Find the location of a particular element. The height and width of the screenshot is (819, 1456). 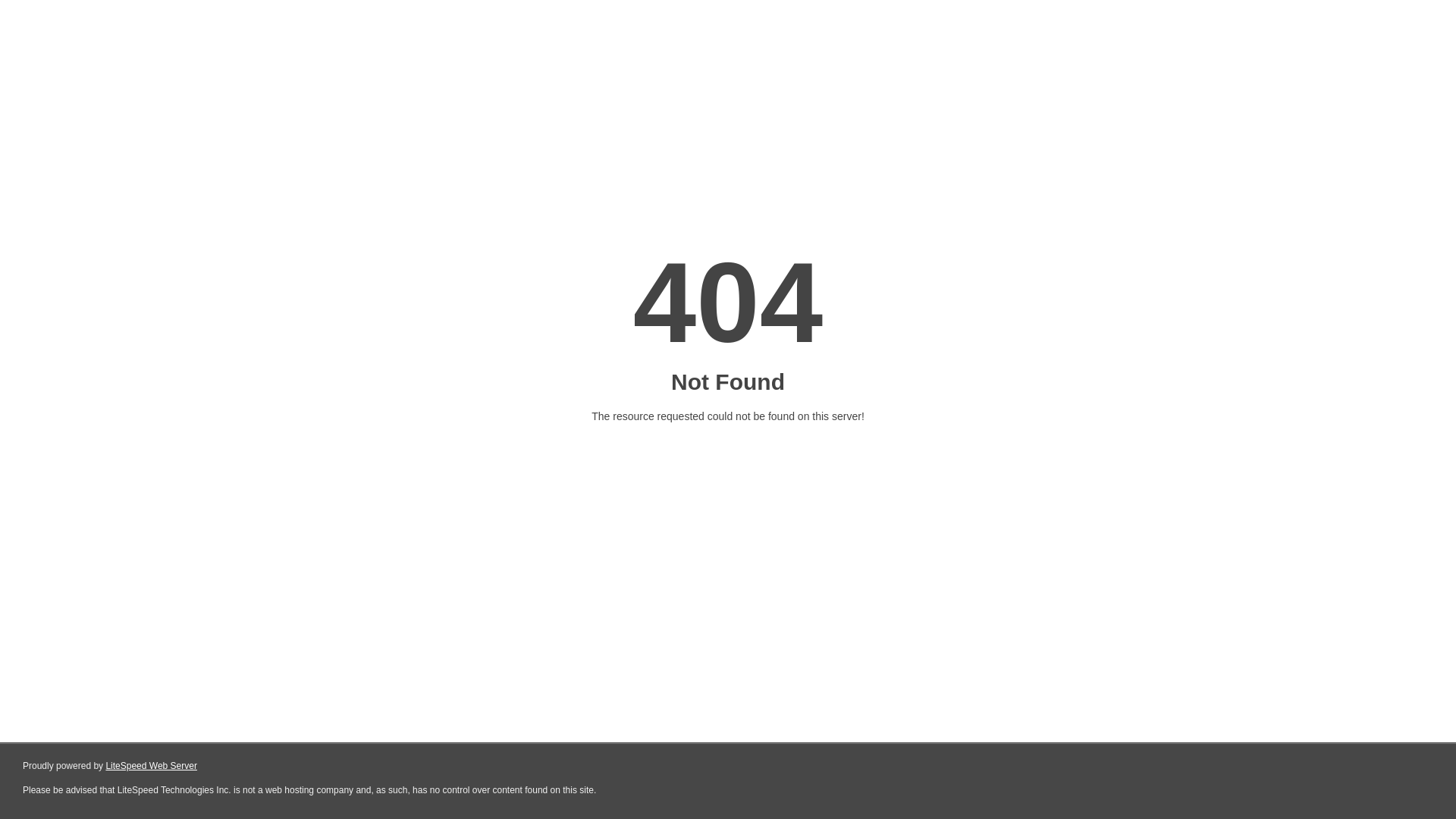

'LiteSpeed Web Server' is located at coordinates (105, 766).